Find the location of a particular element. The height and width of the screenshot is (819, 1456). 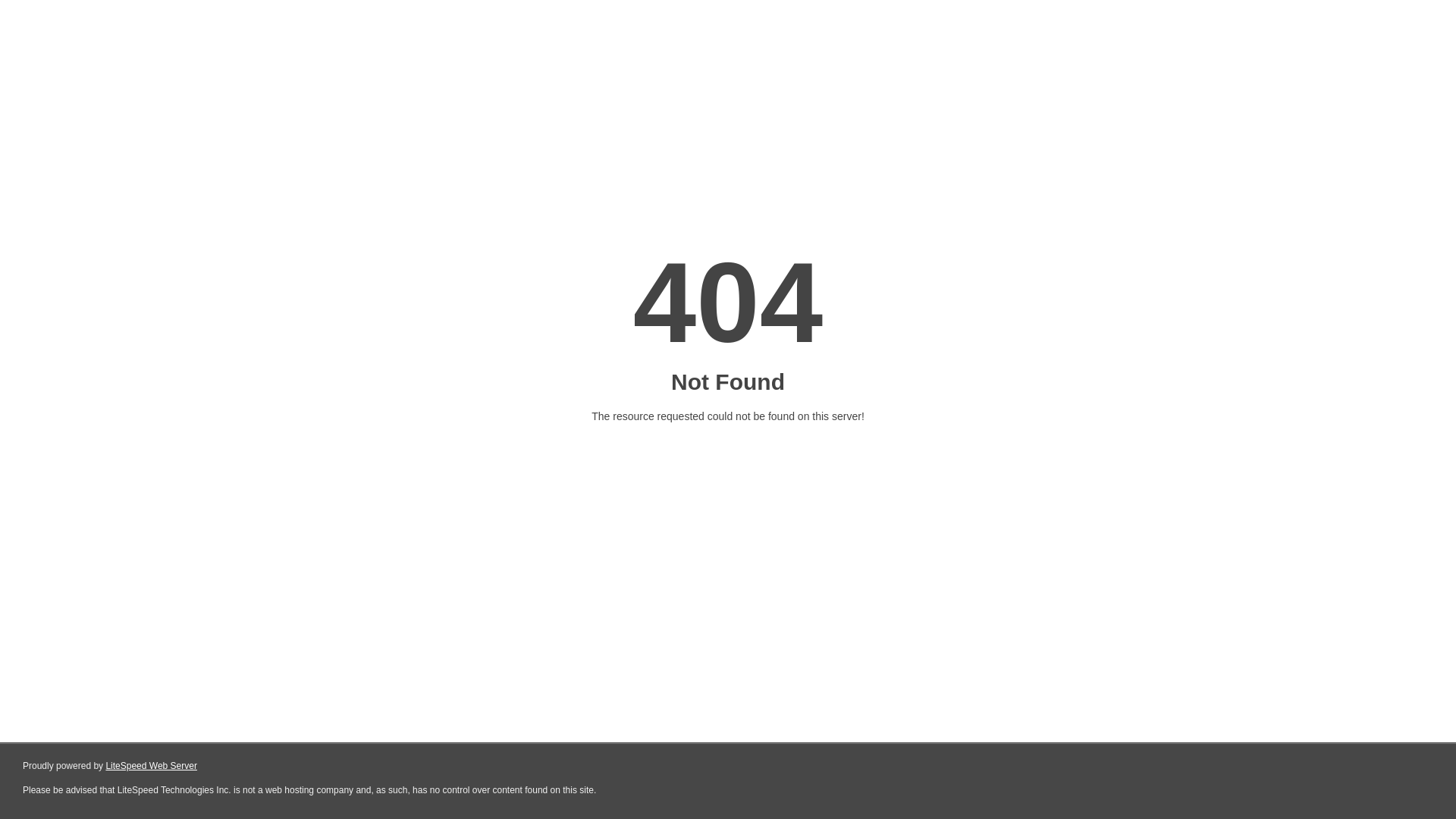

'LiteSpeed Web Server' is located at coordinates (105, 766).